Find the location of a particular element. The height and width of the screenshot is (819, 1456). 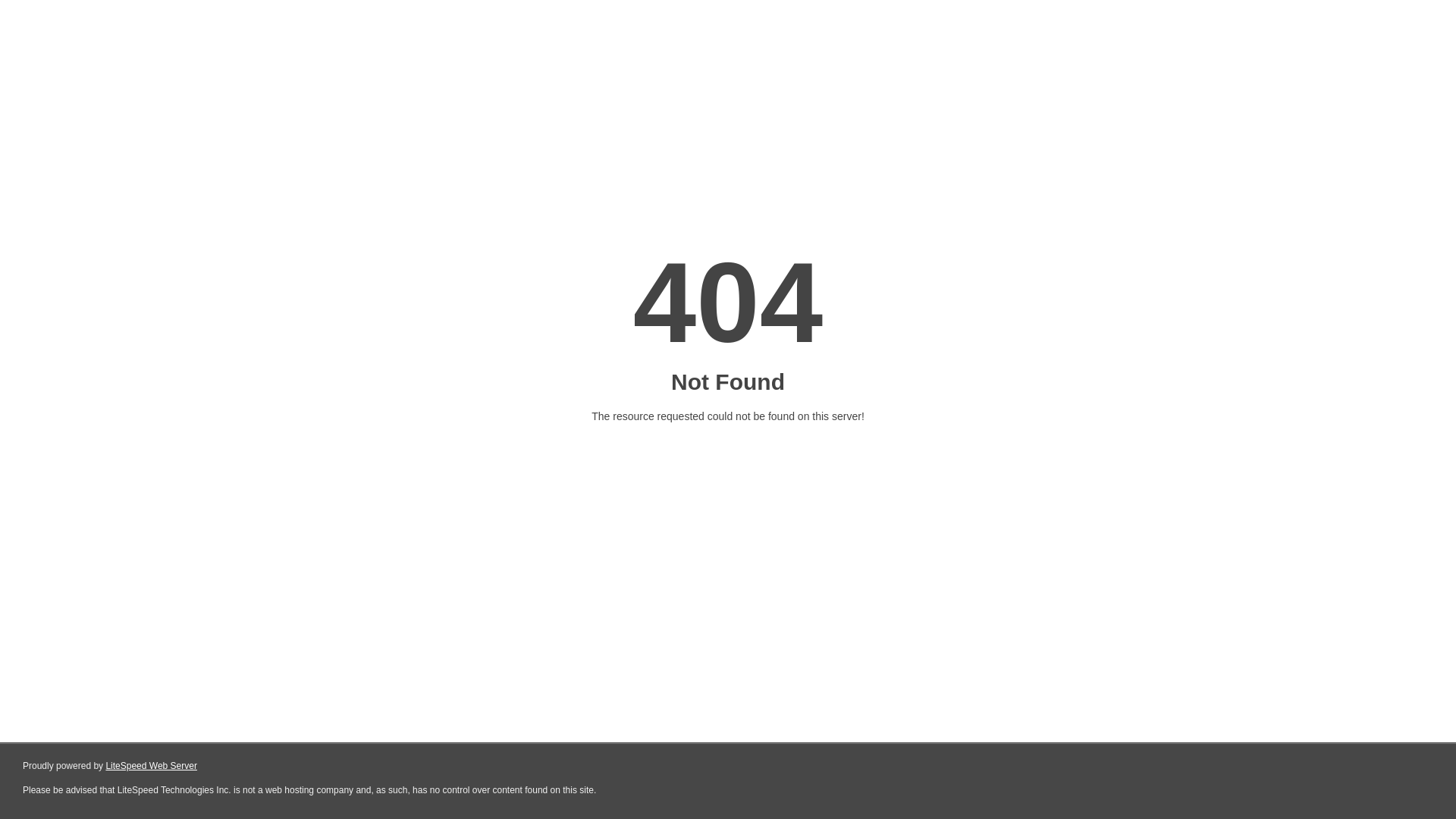

'LiteSpeed Web Server' is located at coordinates (105, 766).